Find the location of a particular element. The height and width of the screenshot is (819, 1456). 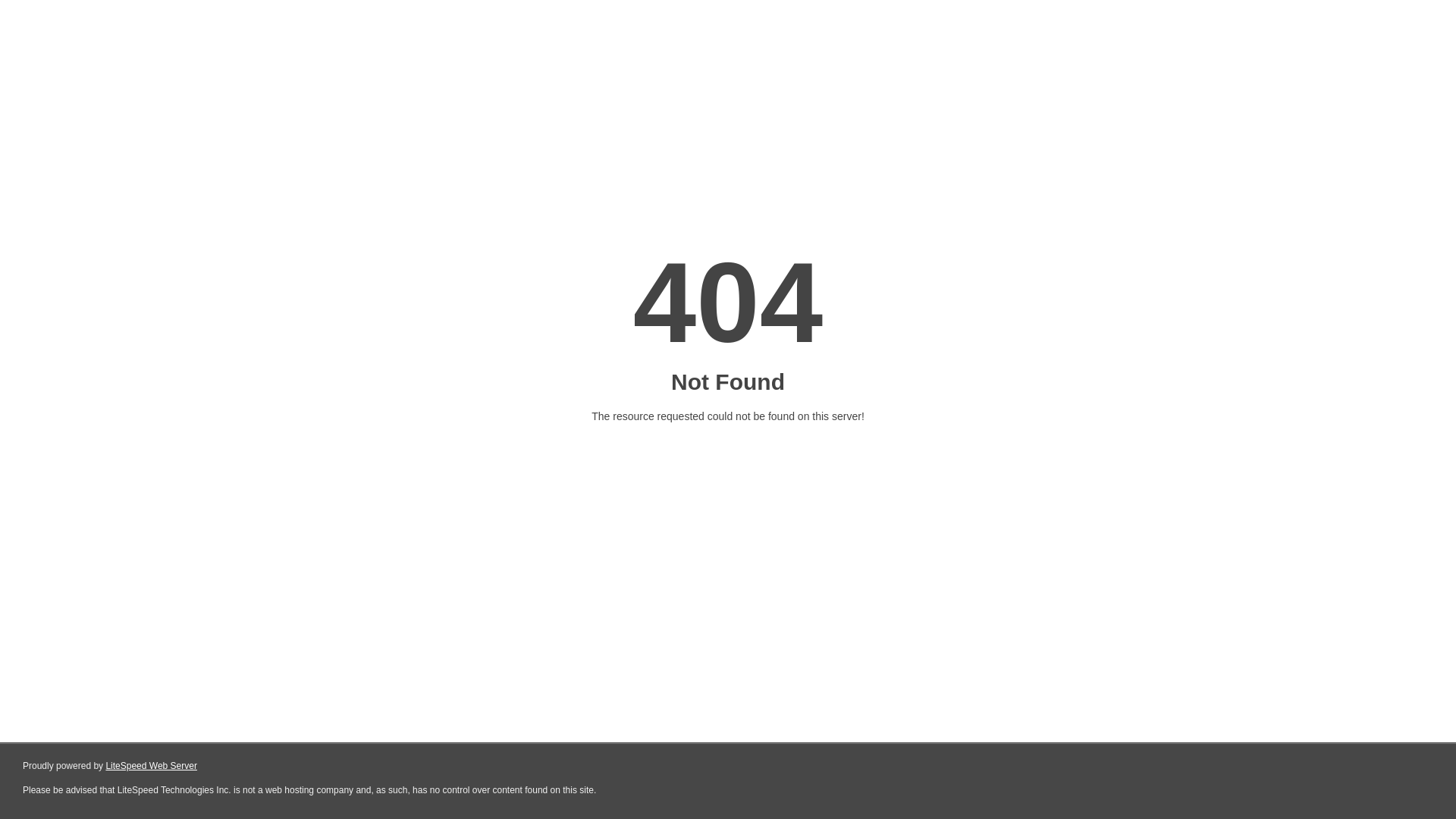

'LiteSpeed Web Server' is located at coordinates (105, 766).